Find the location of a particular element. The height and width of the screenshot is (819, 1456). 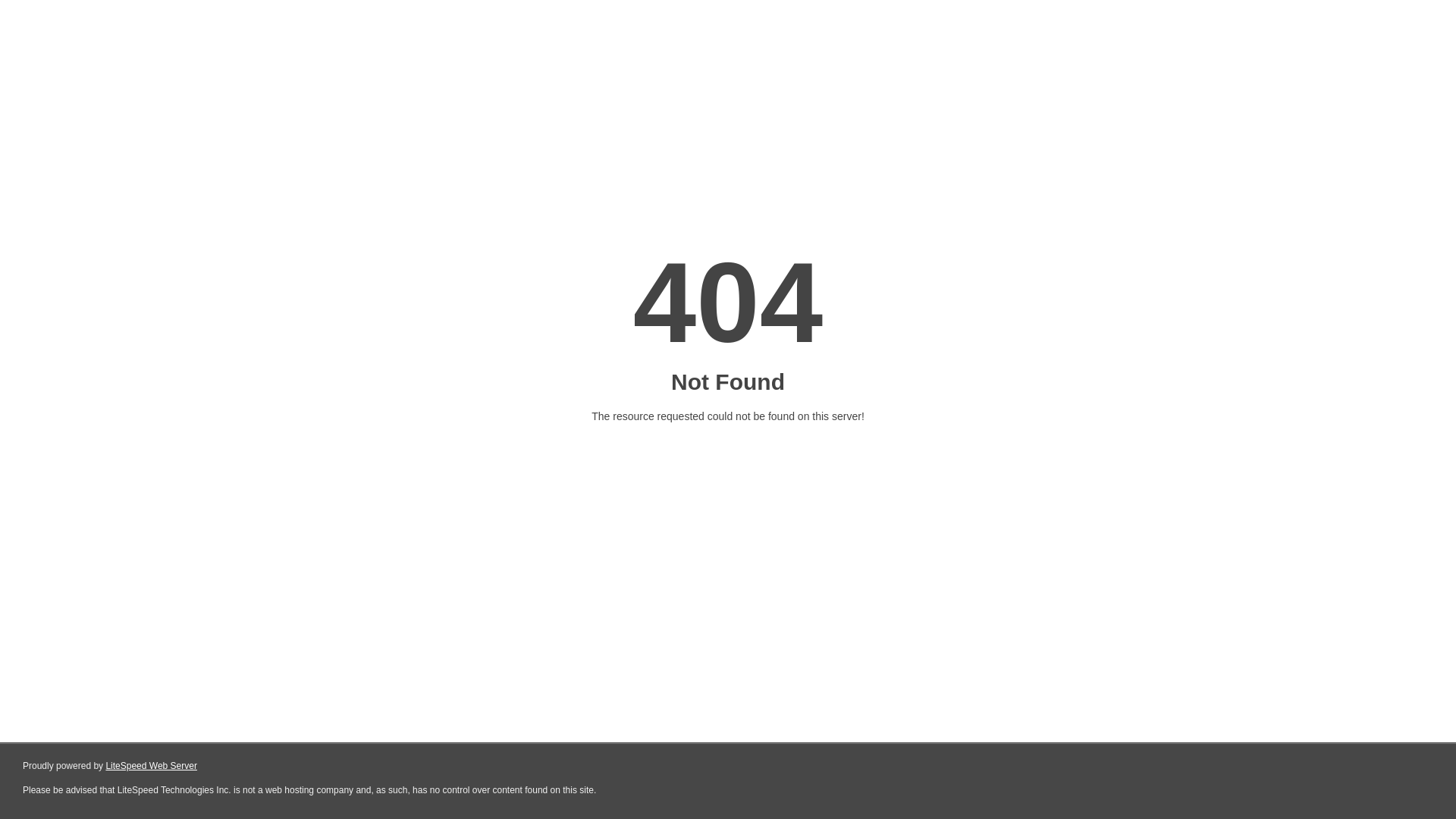

'LiteSpeed Web Server' is located at coordinates (105, 766).